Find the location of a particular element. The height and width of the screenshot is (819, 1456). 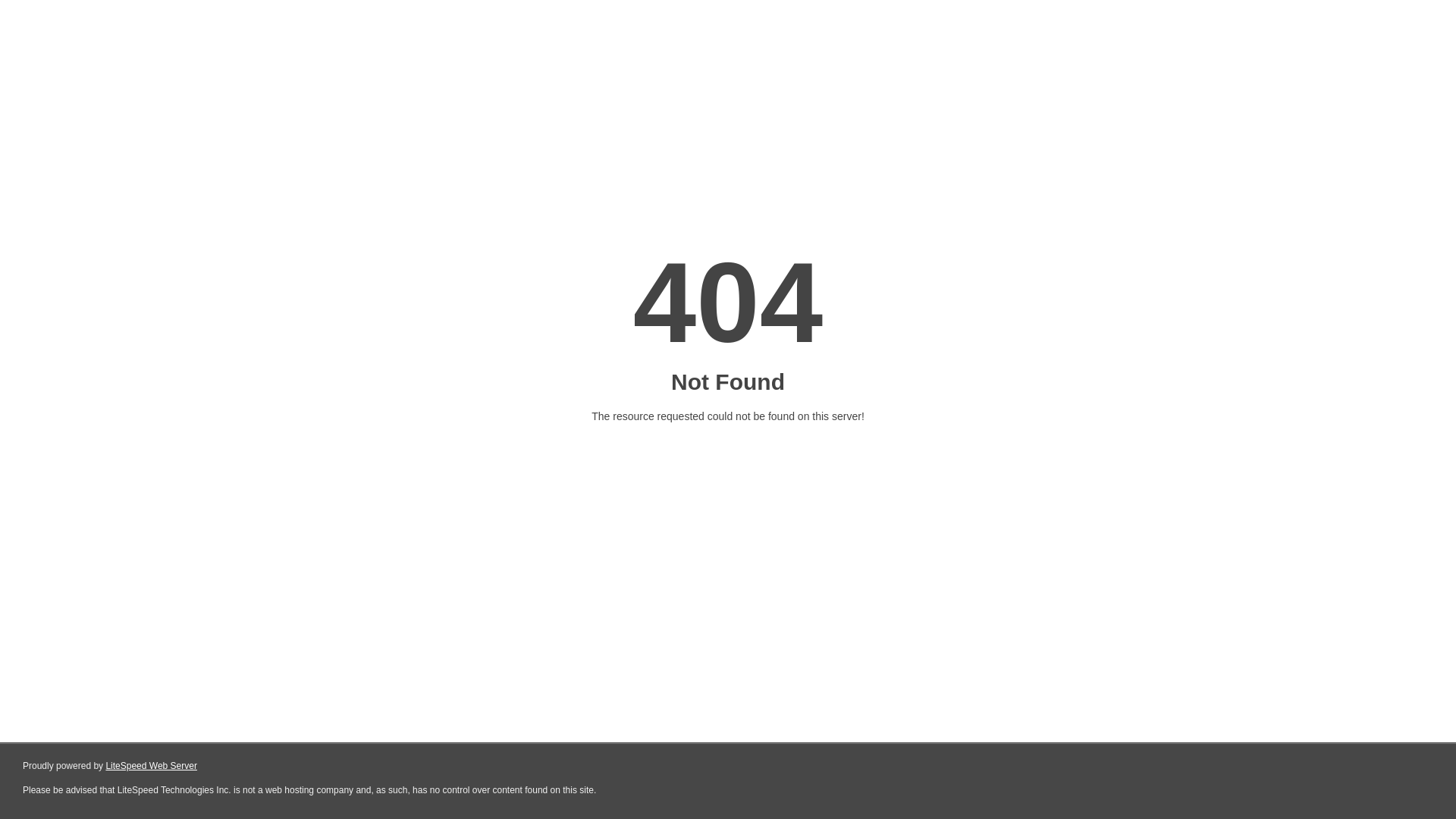

'LiteSpeed Web Server' is located at coordinates (105, 766).